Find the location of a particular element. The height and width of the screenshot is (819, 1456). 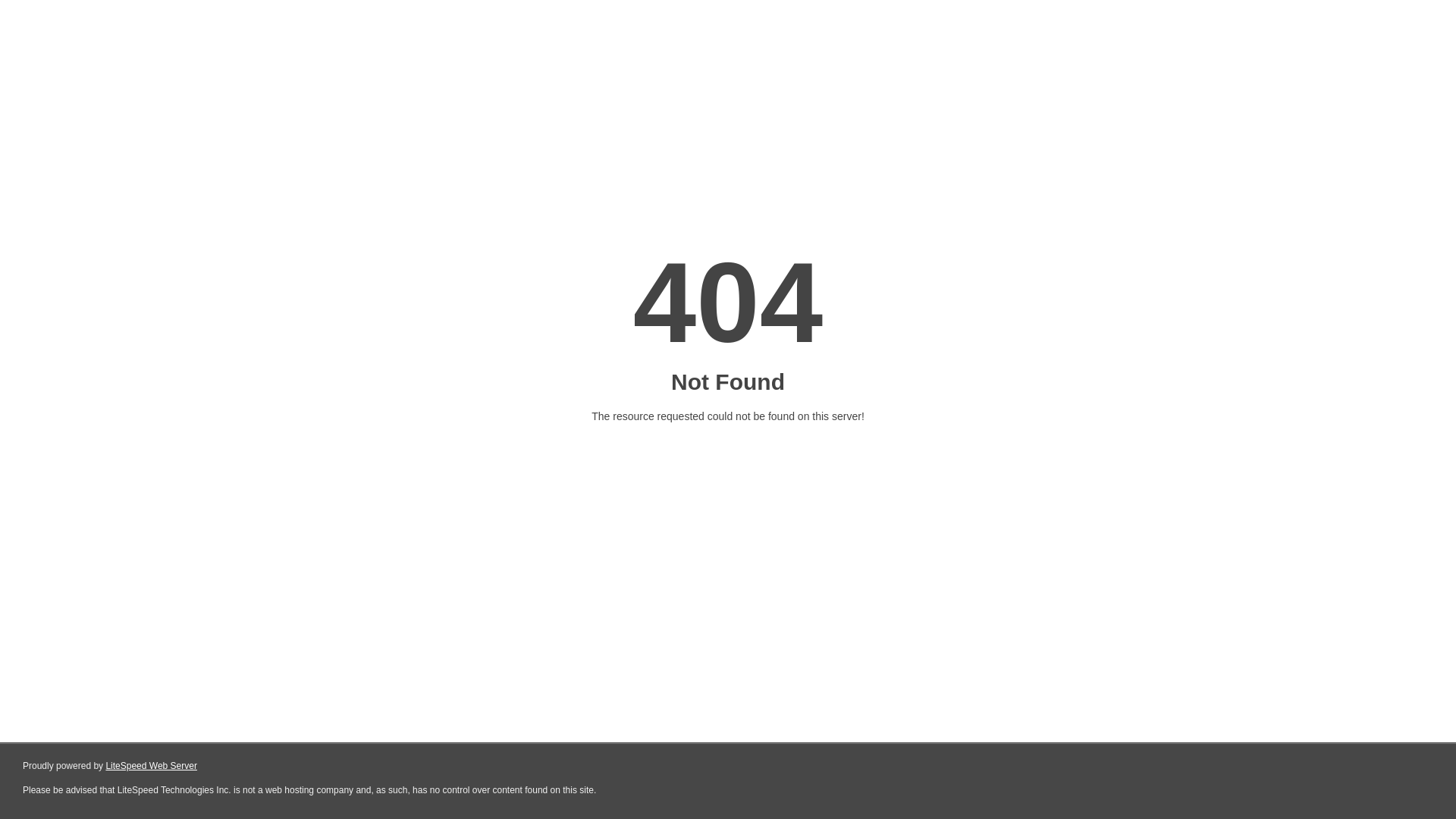

'LiteSpeed Web Server' is located at coordinates (105, 766).